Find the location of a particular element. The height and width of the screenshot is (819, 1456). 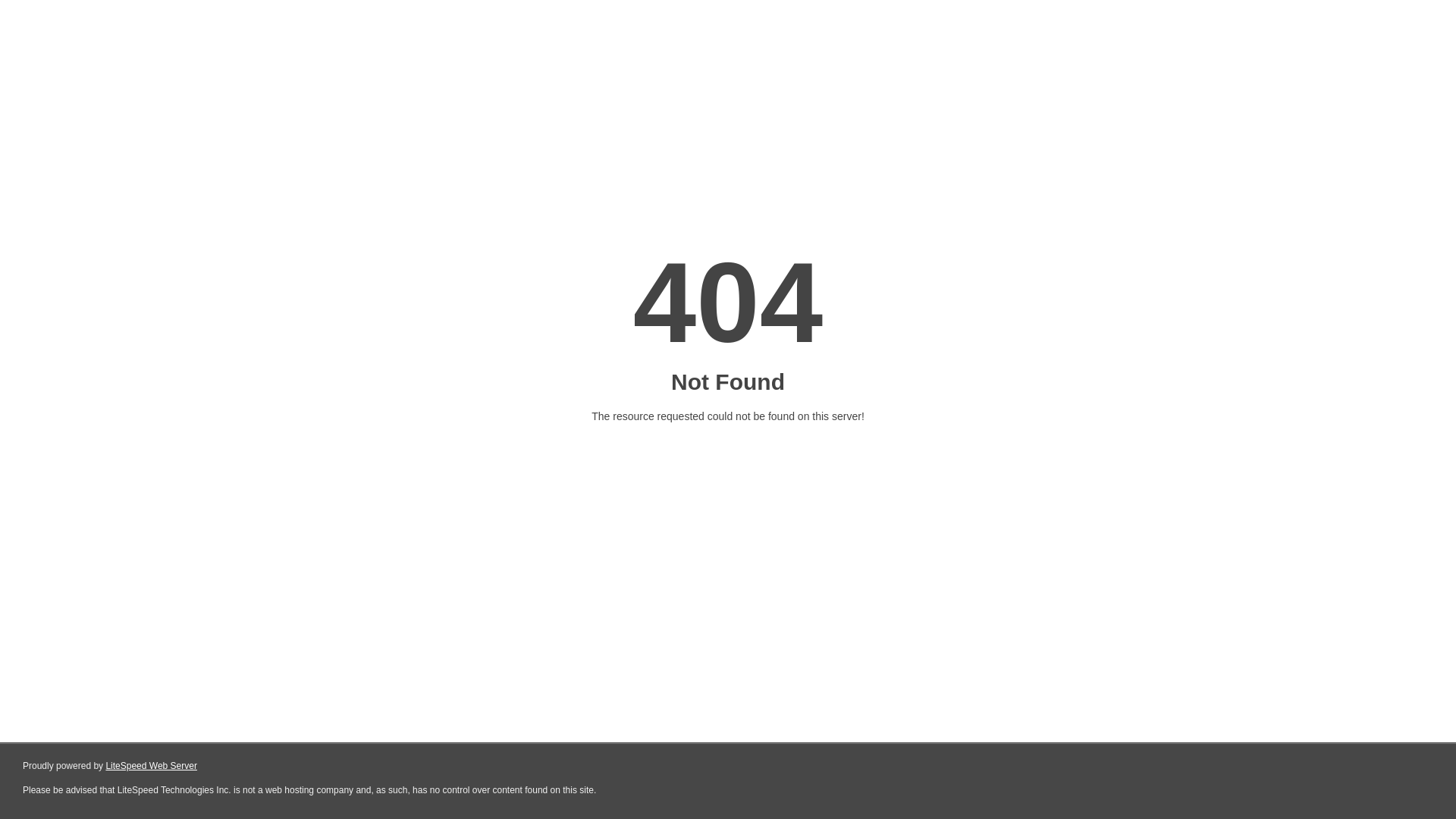

'LiteSpeed Web Server' is located at coordinates (105, 766).